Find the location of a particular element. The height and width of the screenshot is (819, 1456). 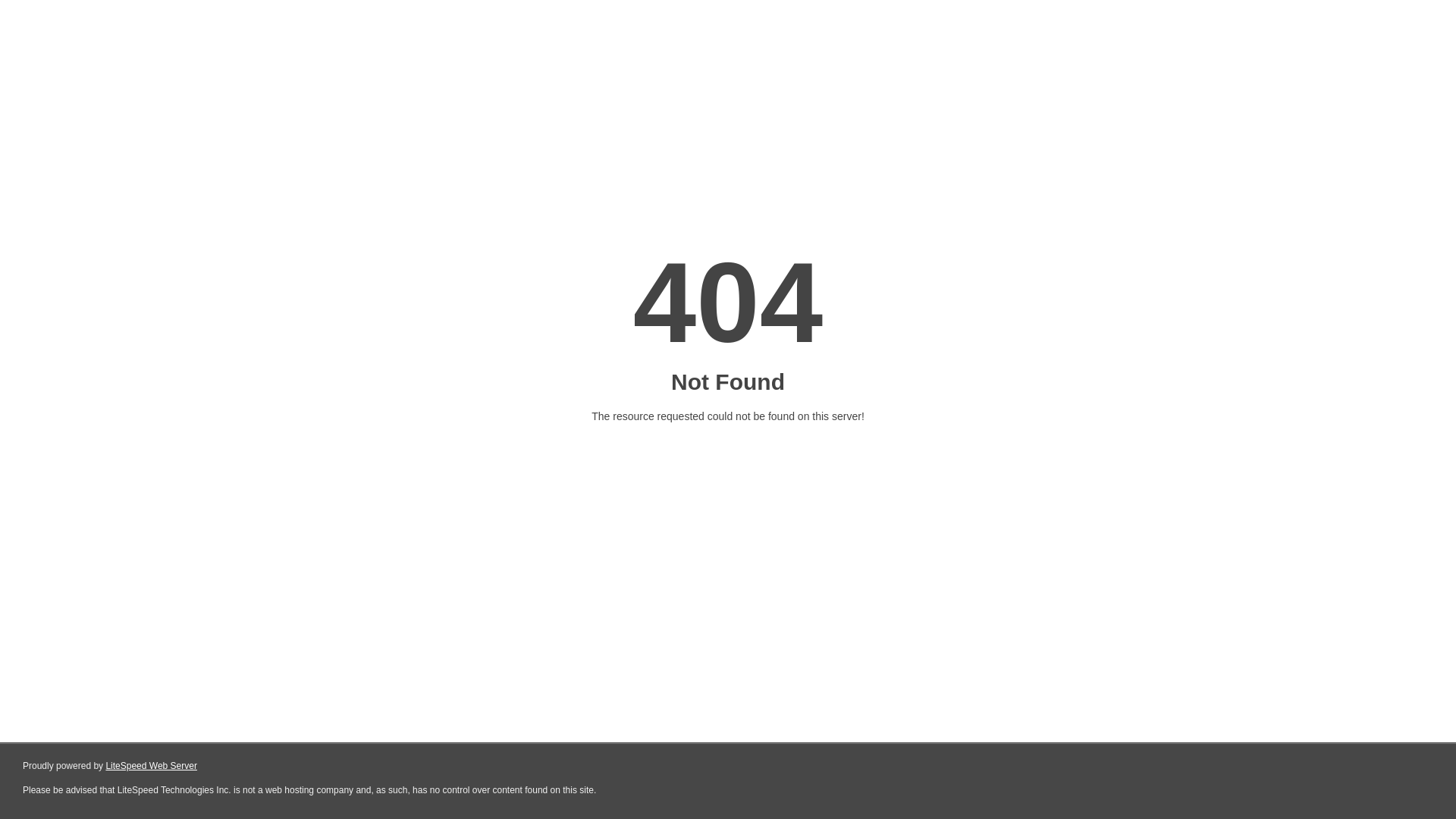

'LiteSpeed Web Server' is located at coordinates (105, 766).